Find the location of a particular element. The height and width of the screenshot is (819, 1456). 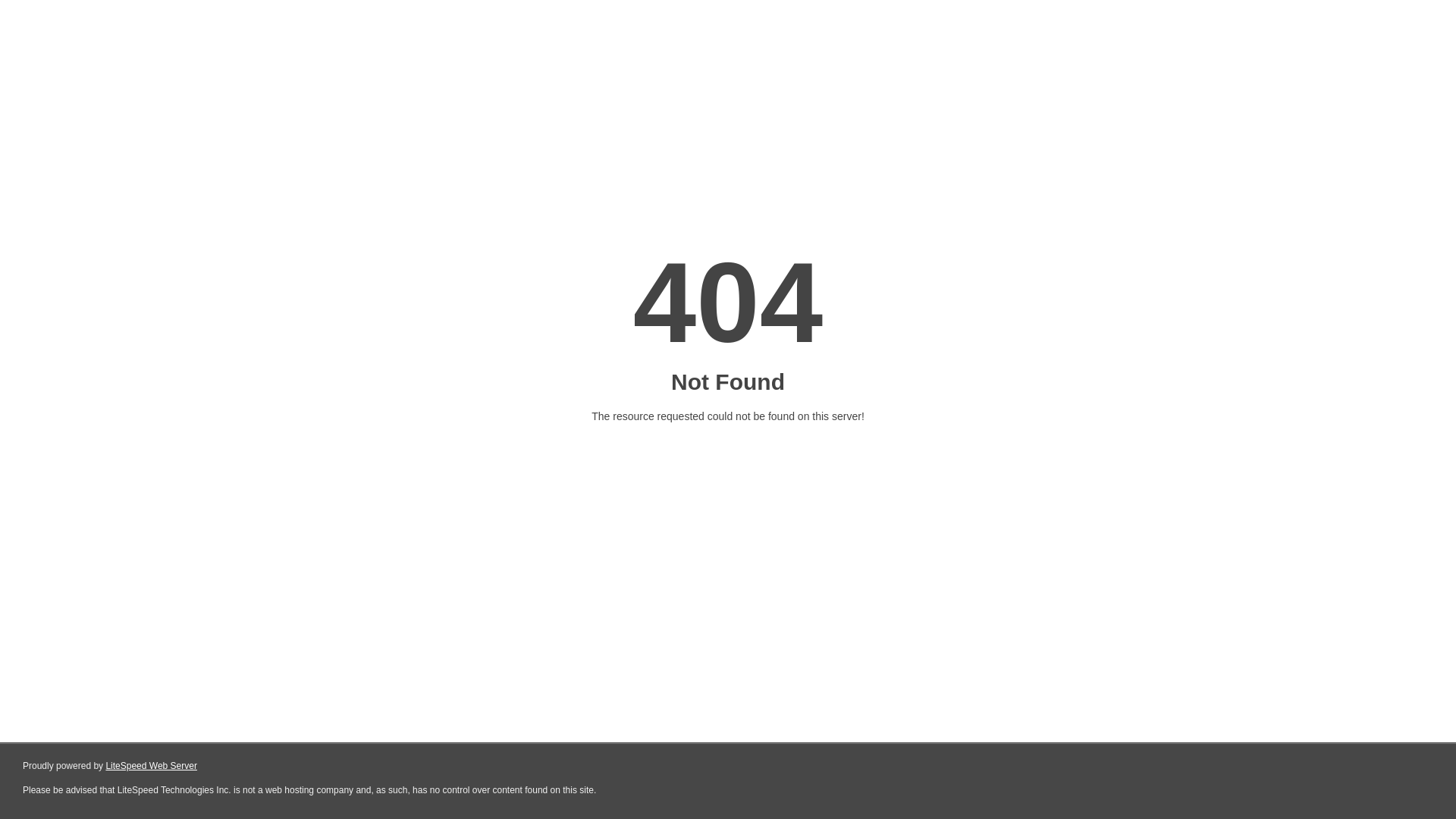

'LiteSpeed Web Server' is located at coordinates (105, 766).